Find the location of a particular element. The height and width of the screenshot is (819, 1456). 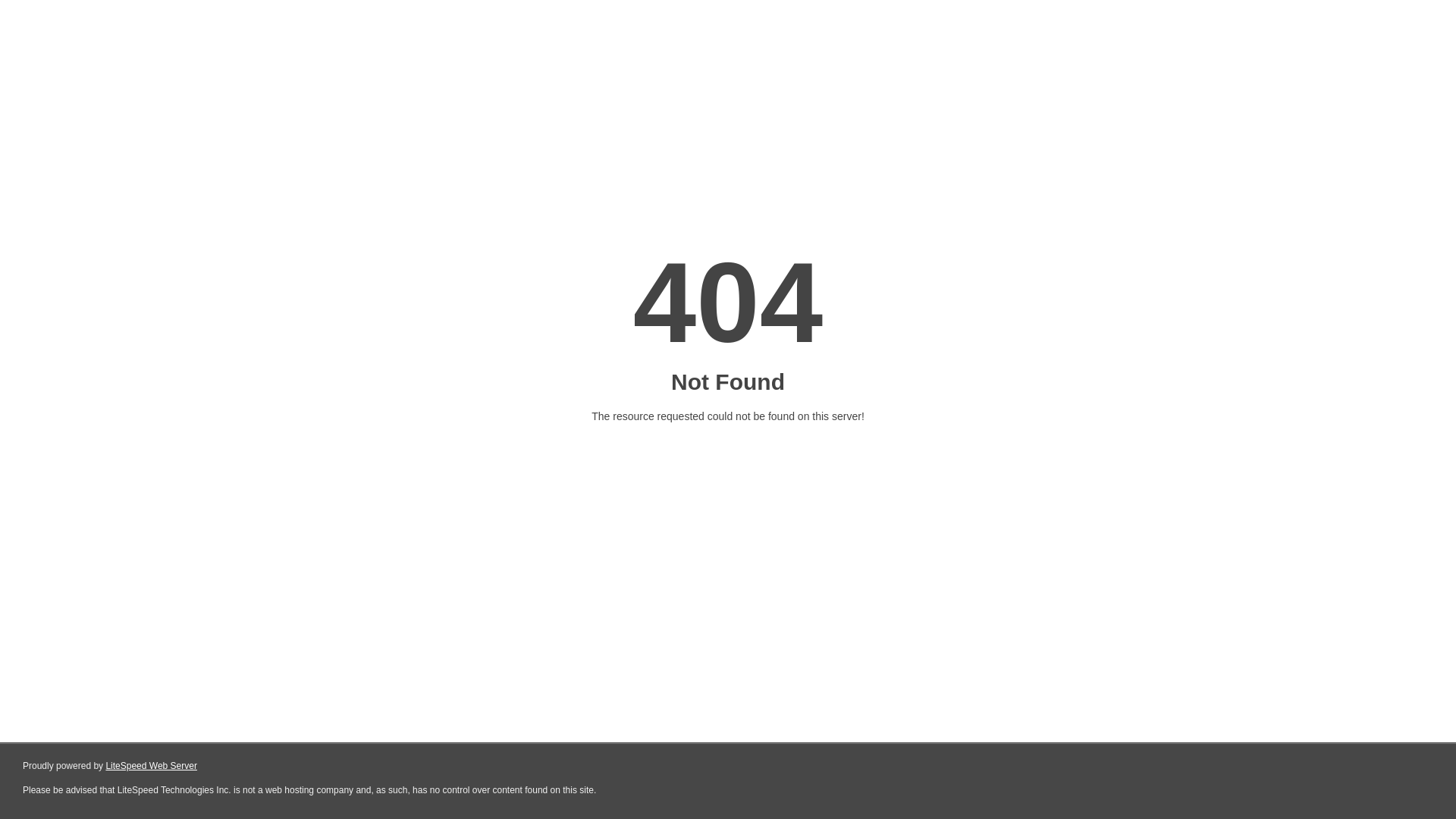

'LiteSpeed Web Server' is located at coordinates (105, 766).